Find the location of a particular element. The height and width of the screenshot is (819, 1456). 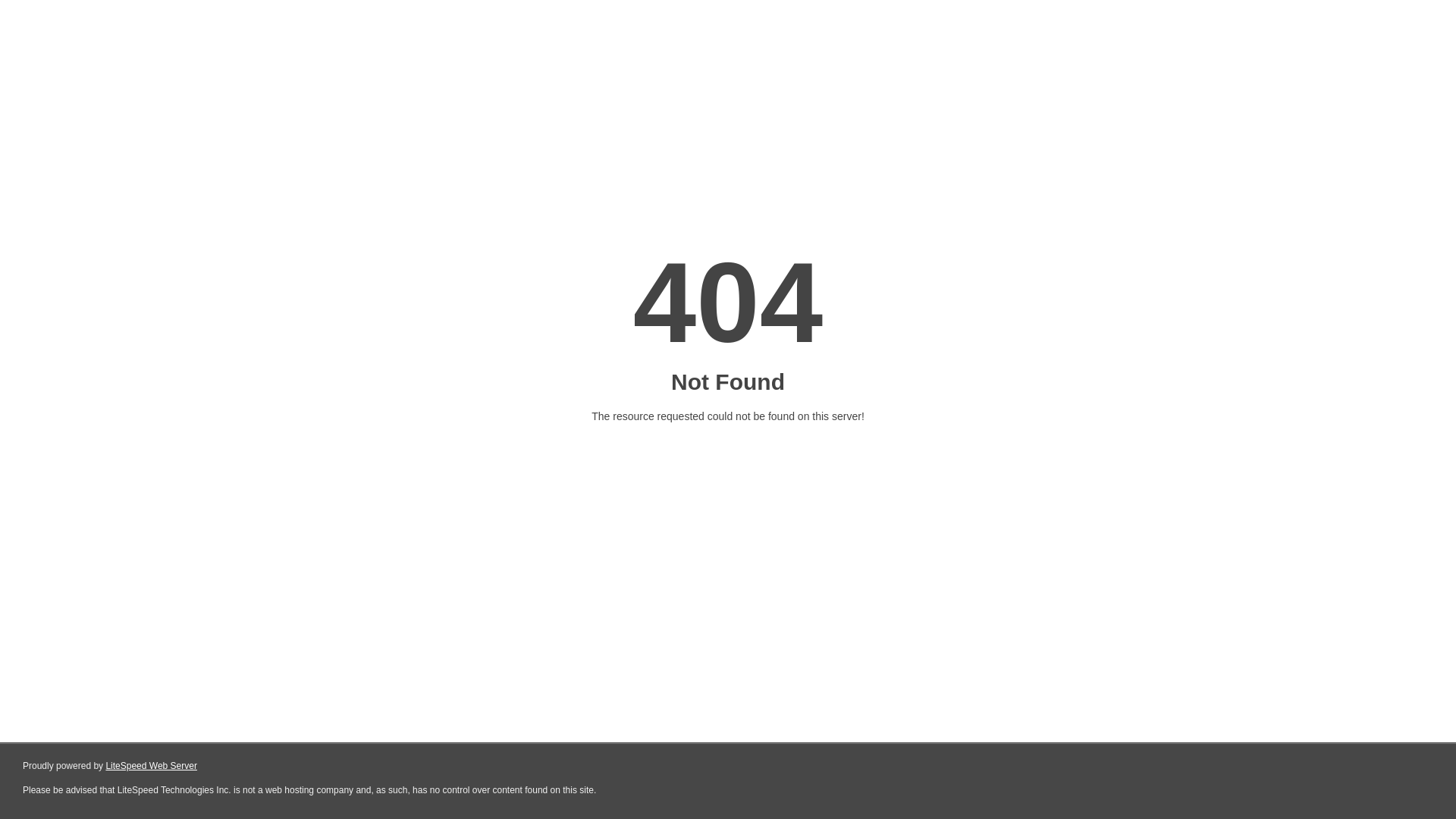

'LiteSpeed Web Server' is located at coordinates (105, 766).